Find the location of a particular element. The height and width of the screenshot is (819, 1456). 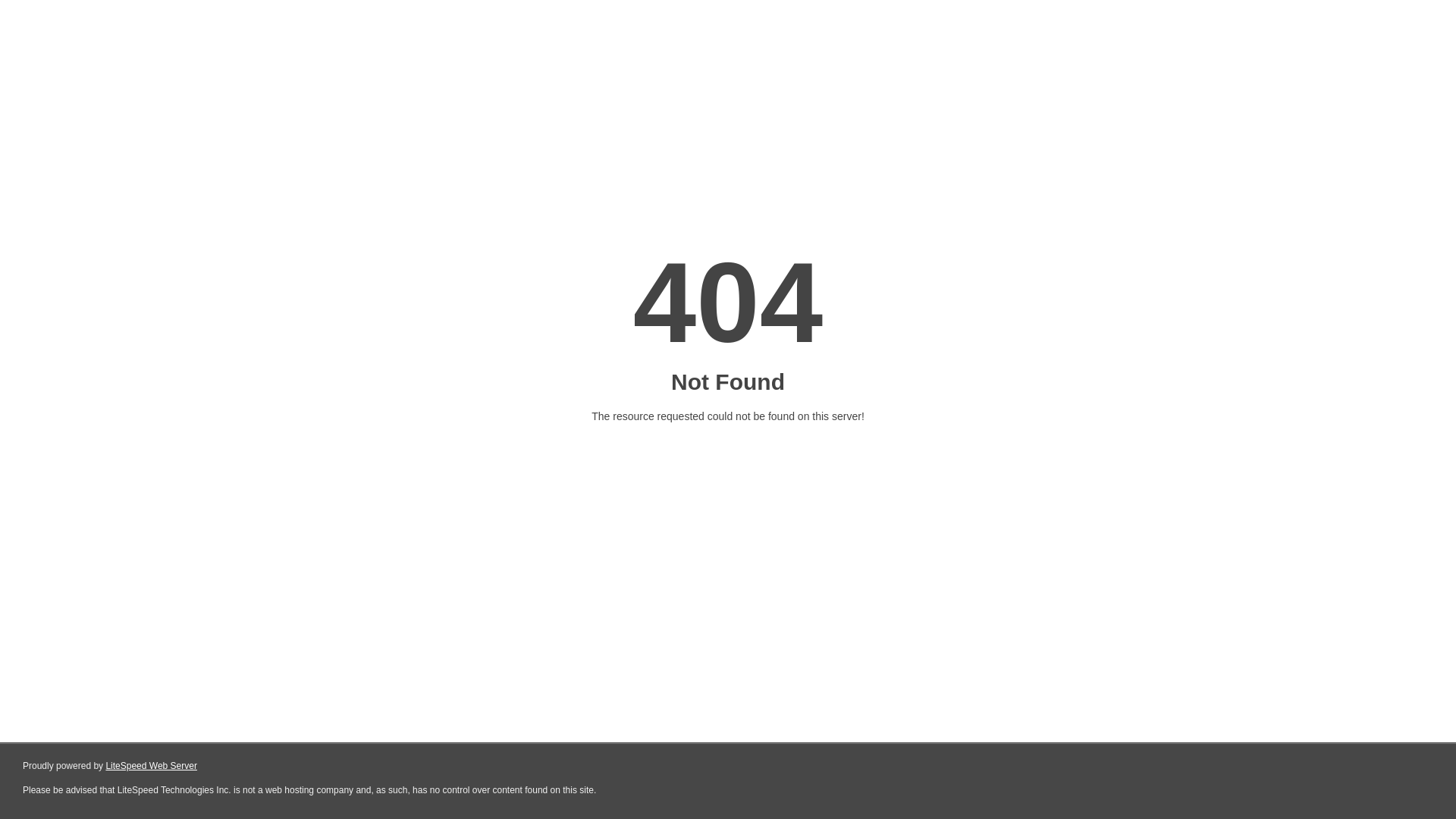

'LiteSpeed Web Server' is located at coordinates (105, 766).